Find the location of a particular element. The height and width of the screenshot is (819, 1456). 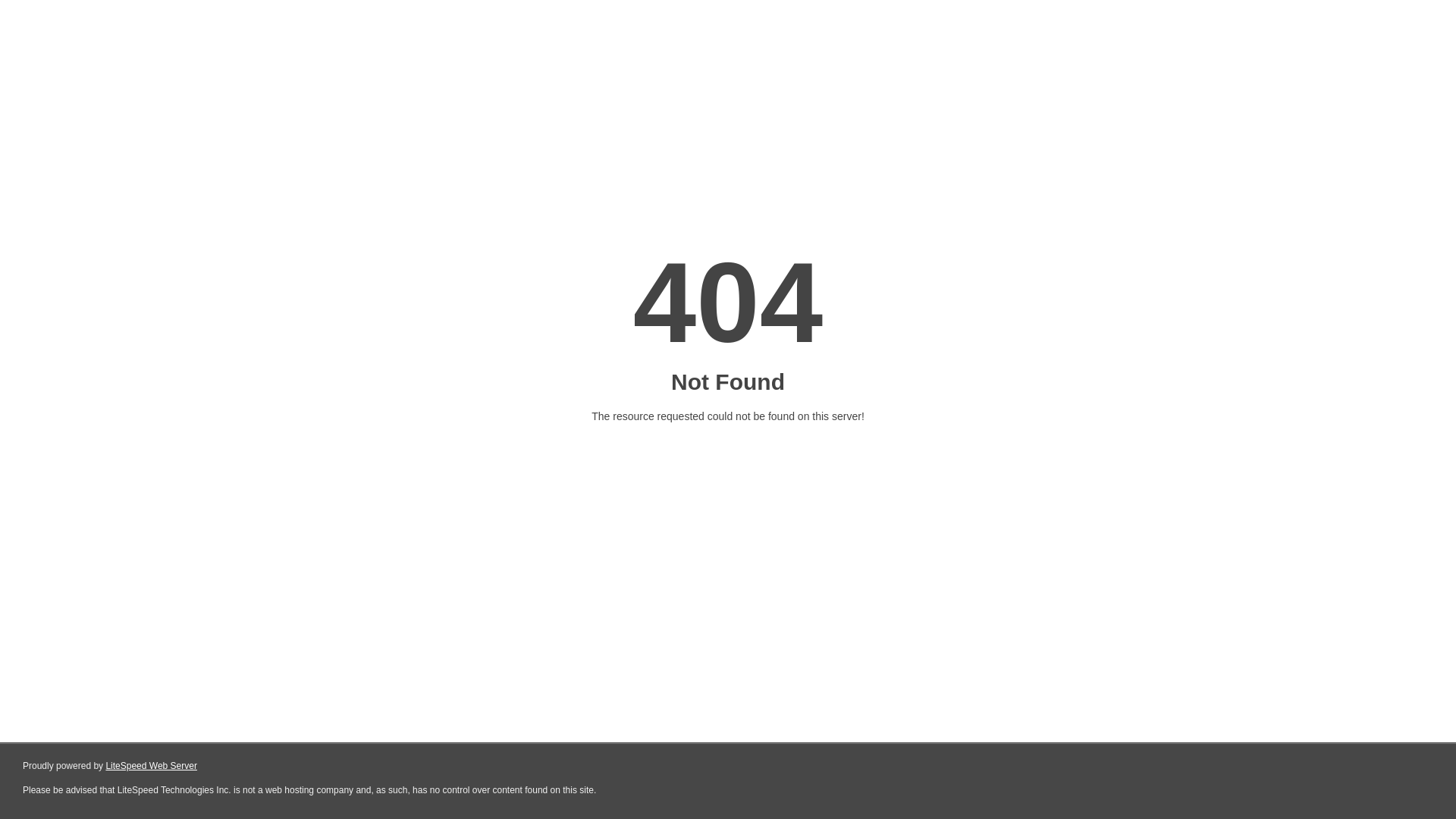

'LiteSpeed Web Server' is located at coordinates (105, 766).